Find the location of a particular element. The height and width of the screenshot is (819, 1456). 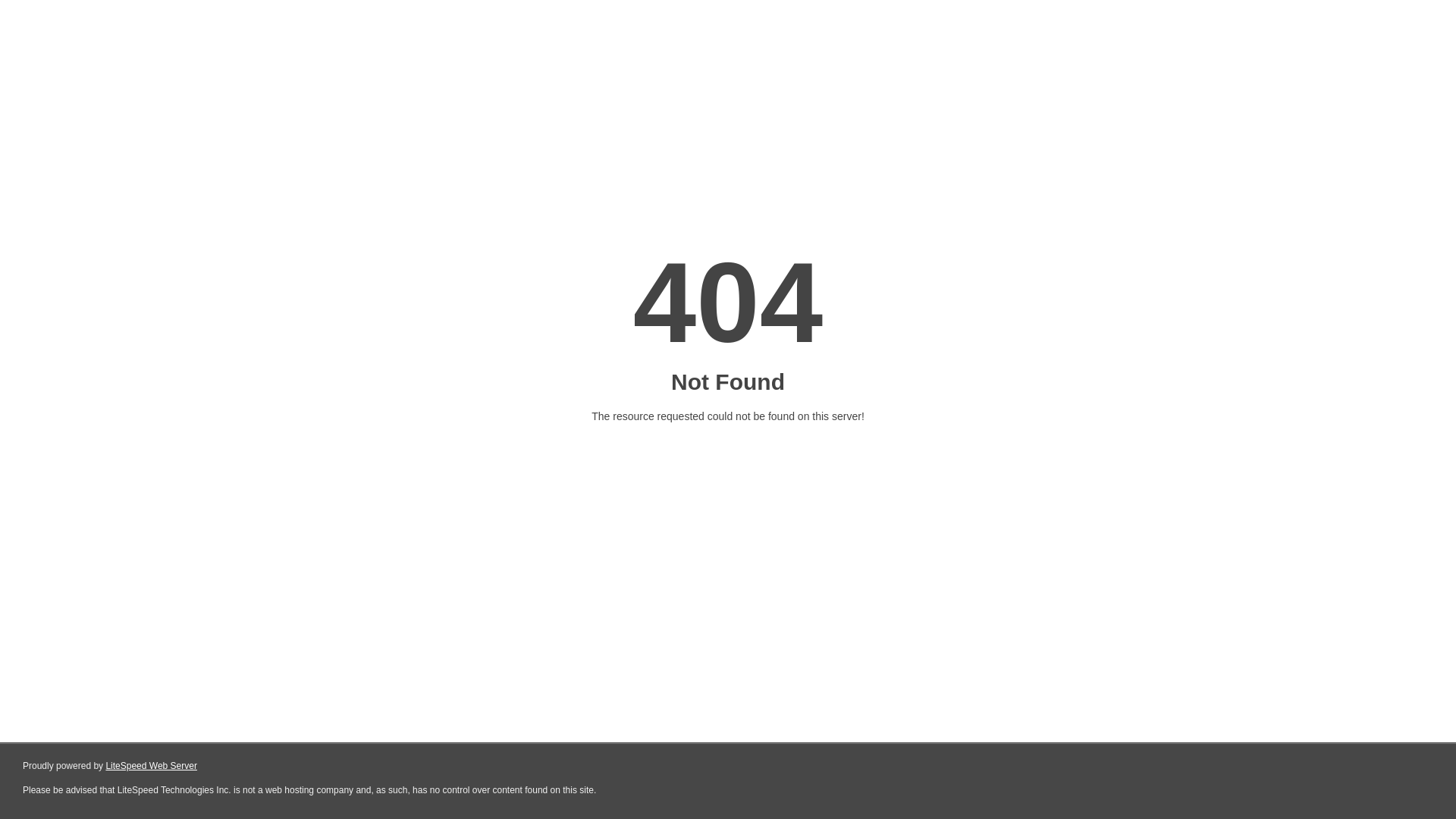

'LiteSpeed Web Server' is located at coordinates (105, 766).